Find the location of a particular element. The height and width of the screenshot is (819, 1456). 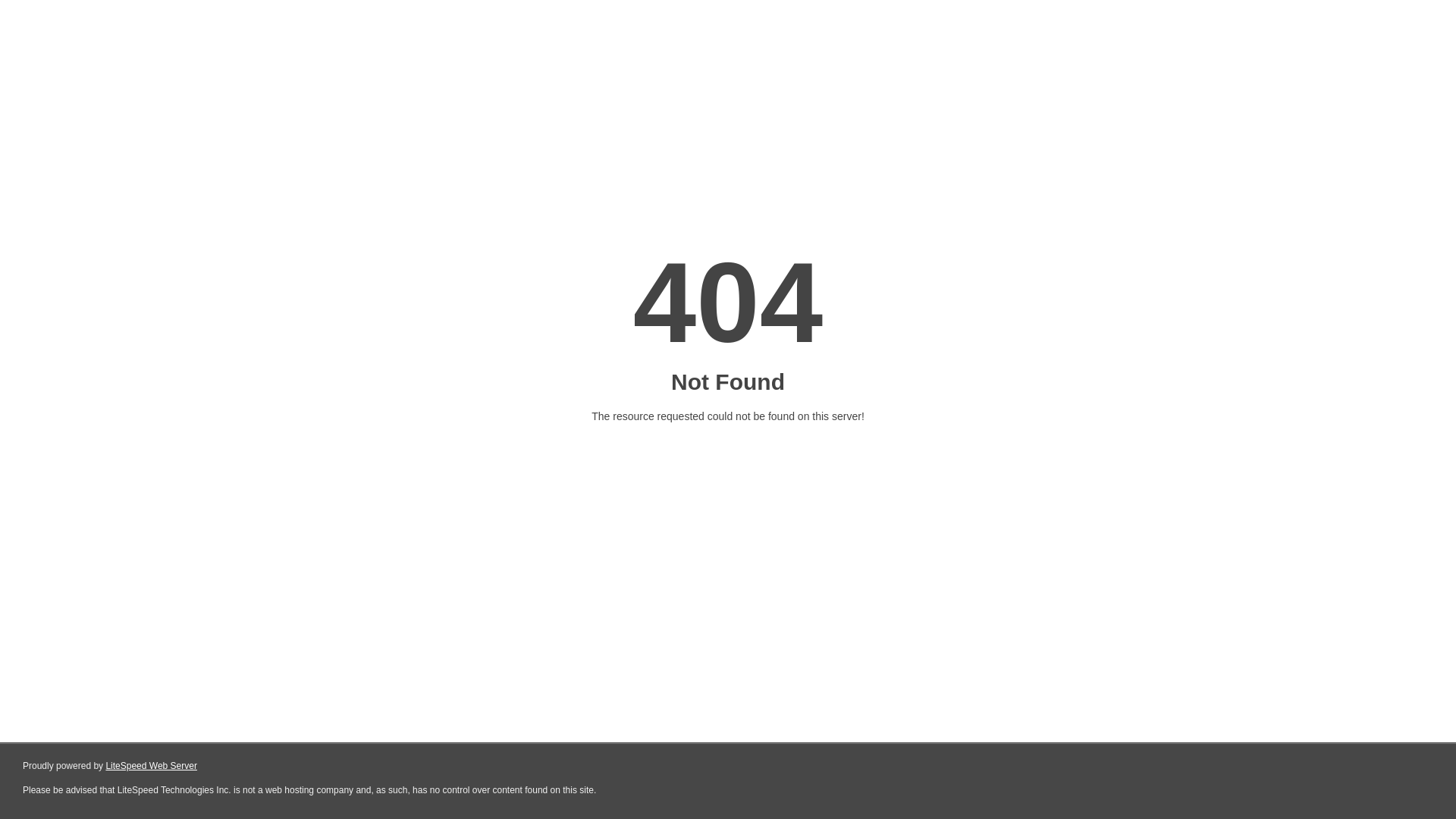

'LiteSpeed Web Server' is located at coordinates (105, 766).